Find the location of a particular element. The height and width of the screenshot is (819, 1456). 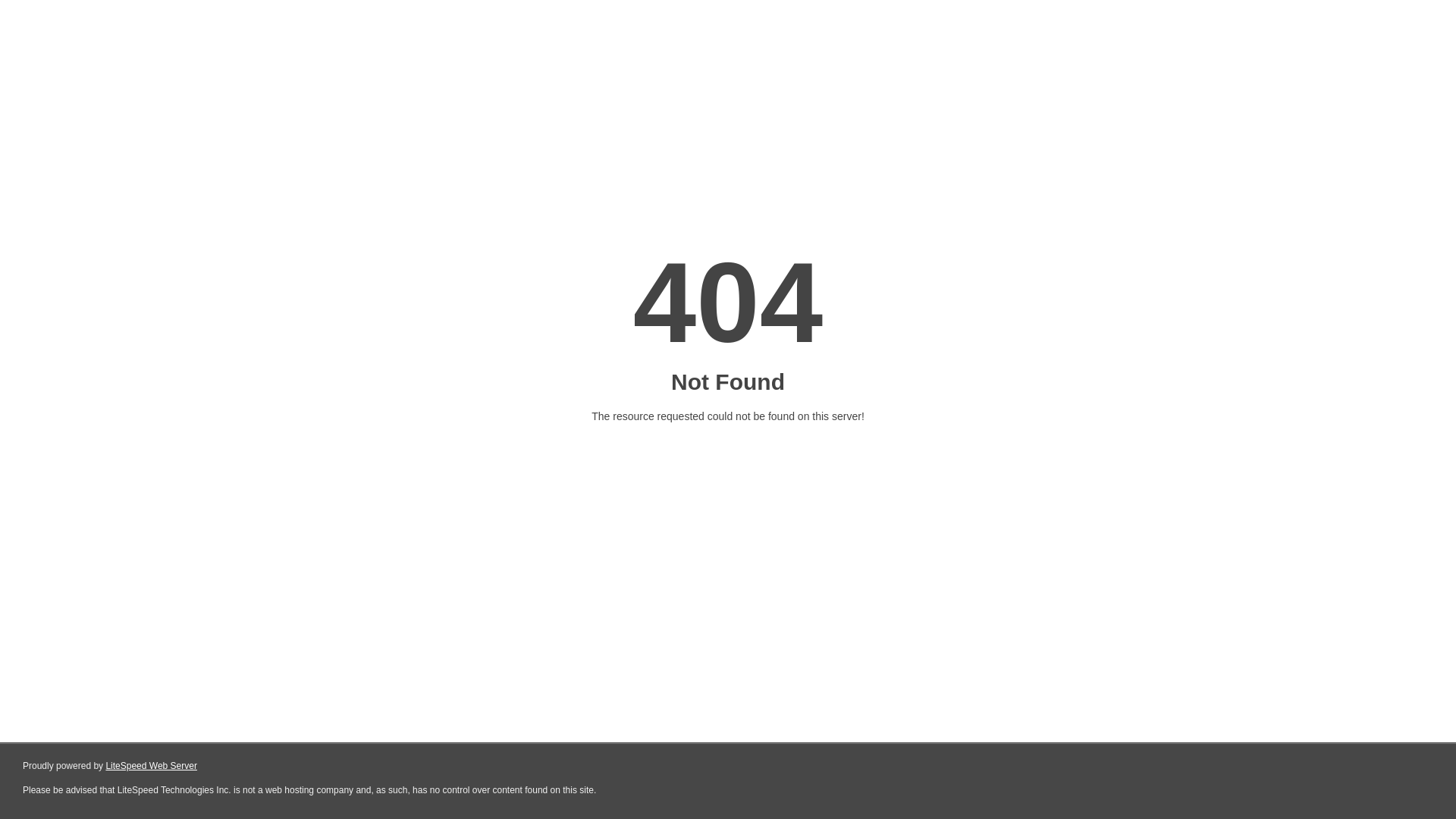

'LiteSpeed Web Server' is located at coordinates (105, 766).